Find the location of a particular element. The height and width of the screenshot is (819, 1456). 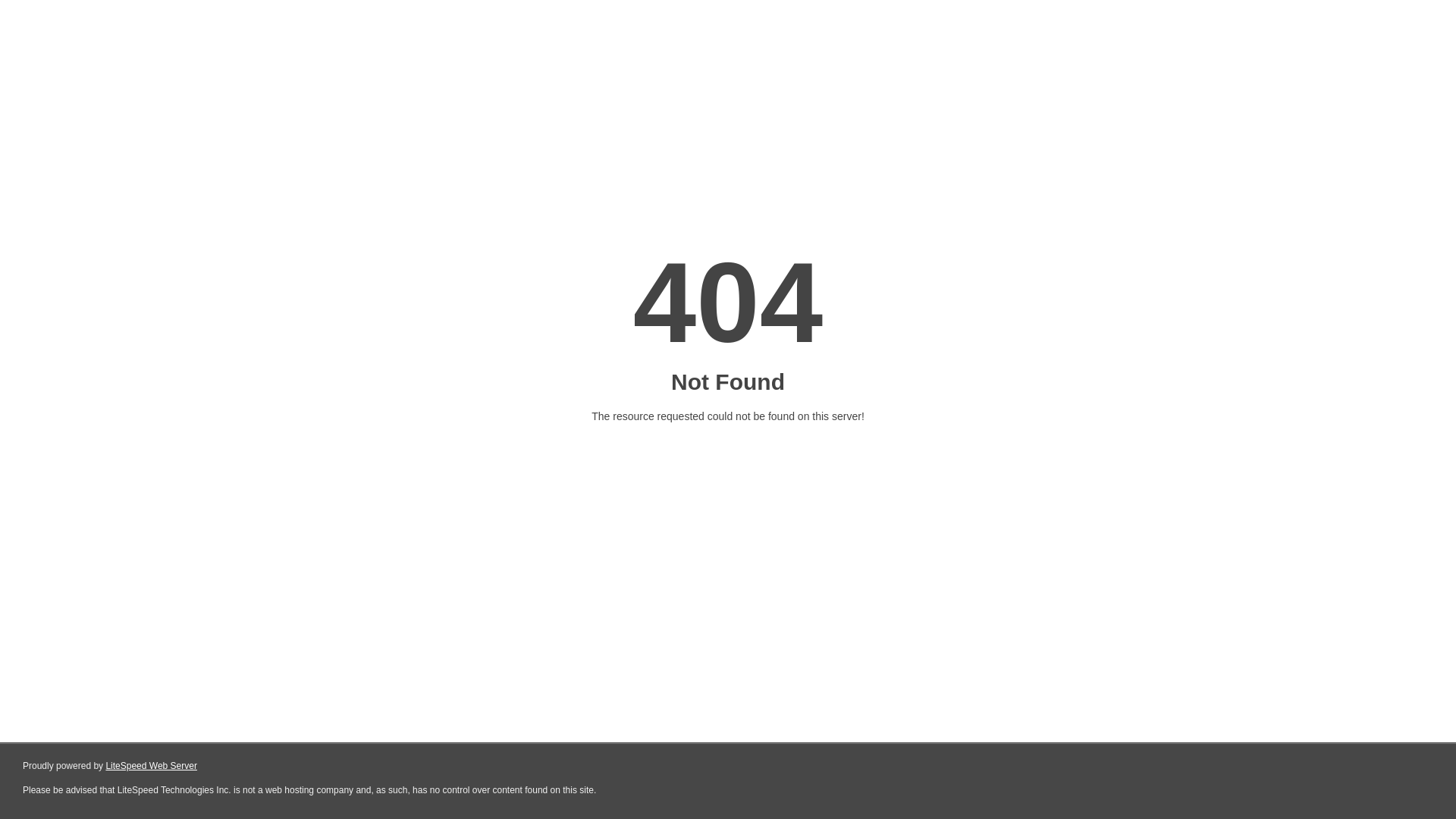

'LiteSpeed Web Server' is located at coordinates (105, 766).